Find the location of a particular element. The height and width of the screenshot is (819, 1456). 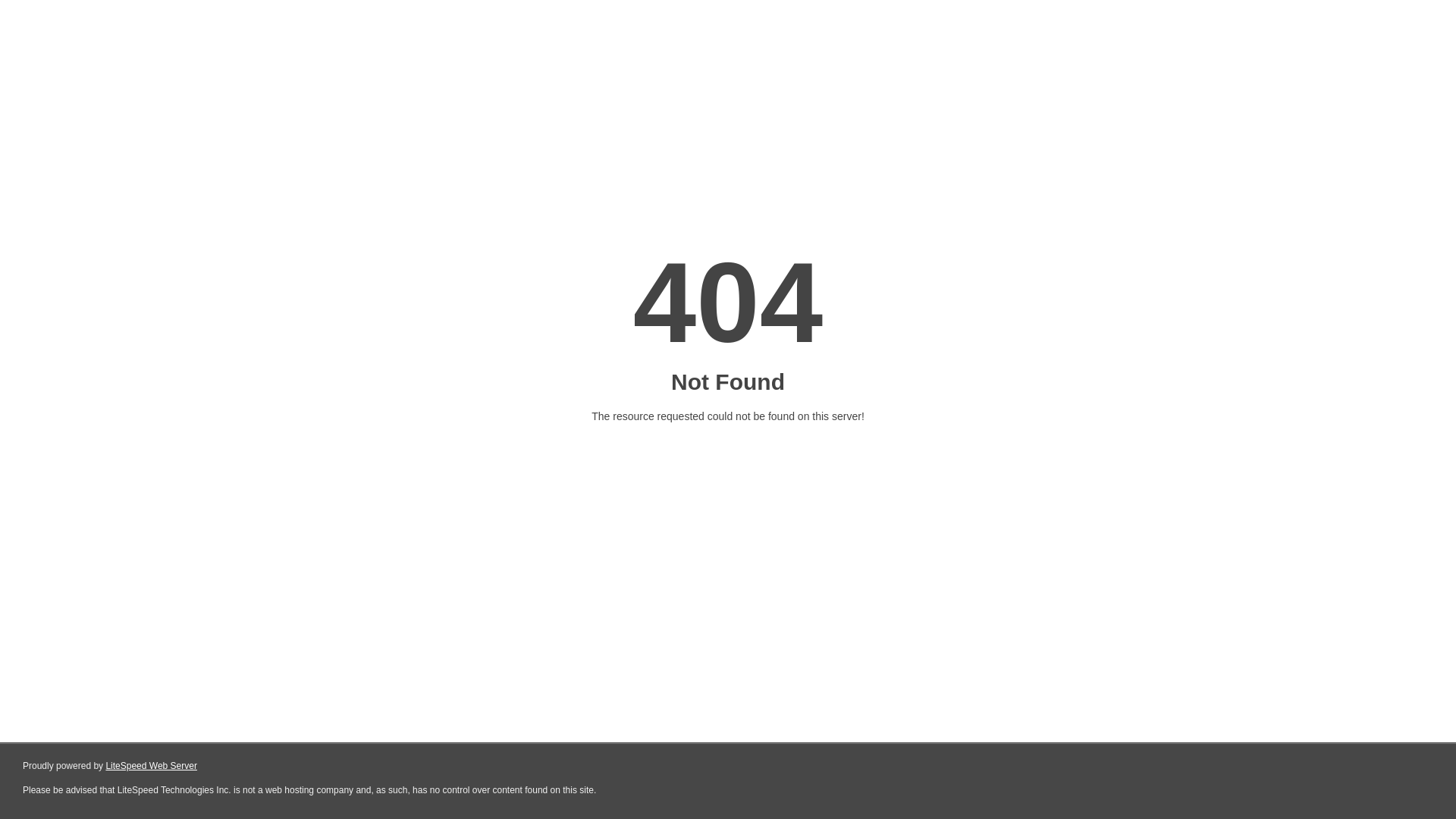

'LiteSpeed Web Server' is located at coordinates (105, 766).